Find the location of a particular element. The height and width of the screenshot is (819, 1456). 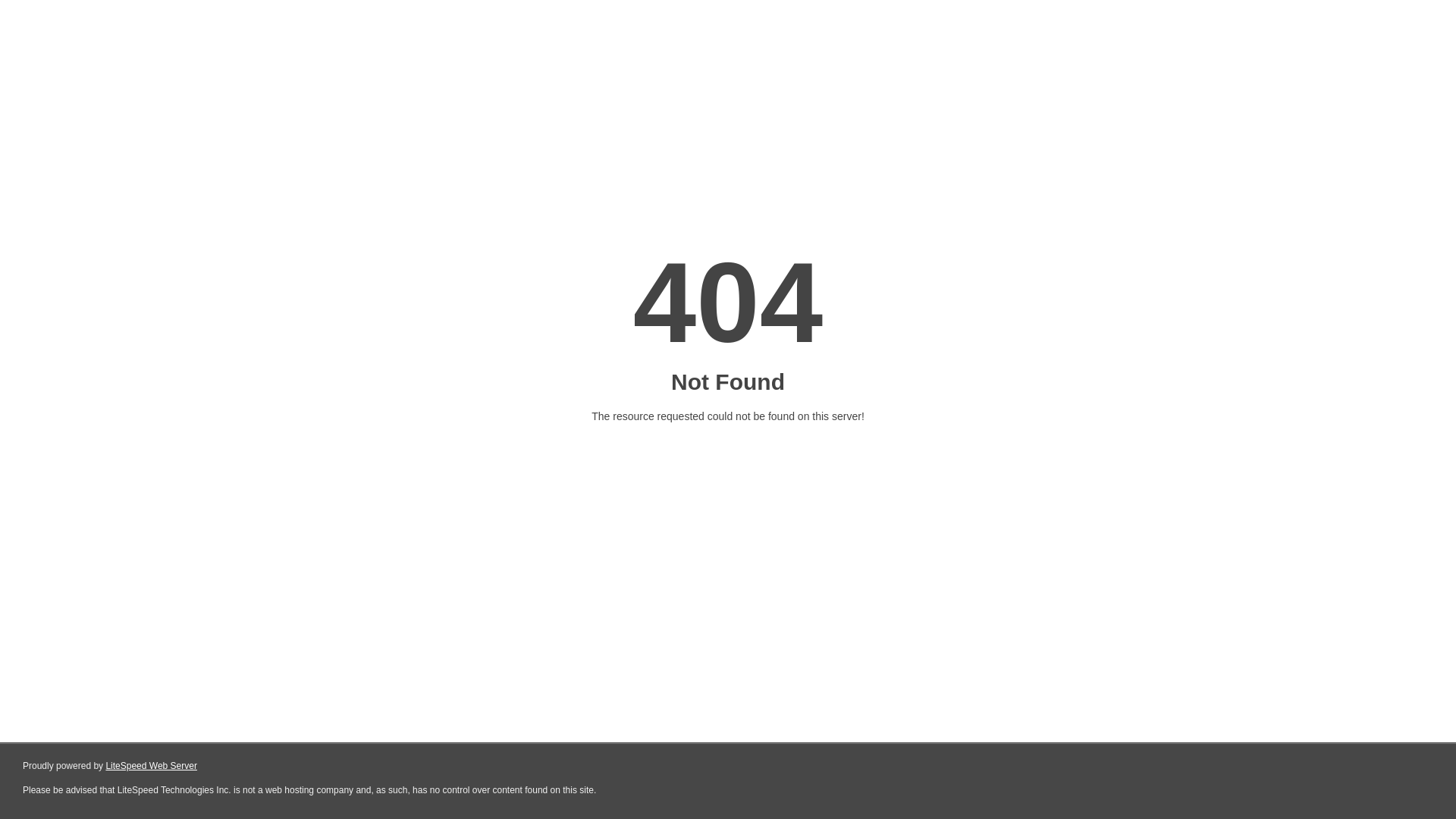

'LiteSpeed Web Server' is located at coordinates (105, 766).